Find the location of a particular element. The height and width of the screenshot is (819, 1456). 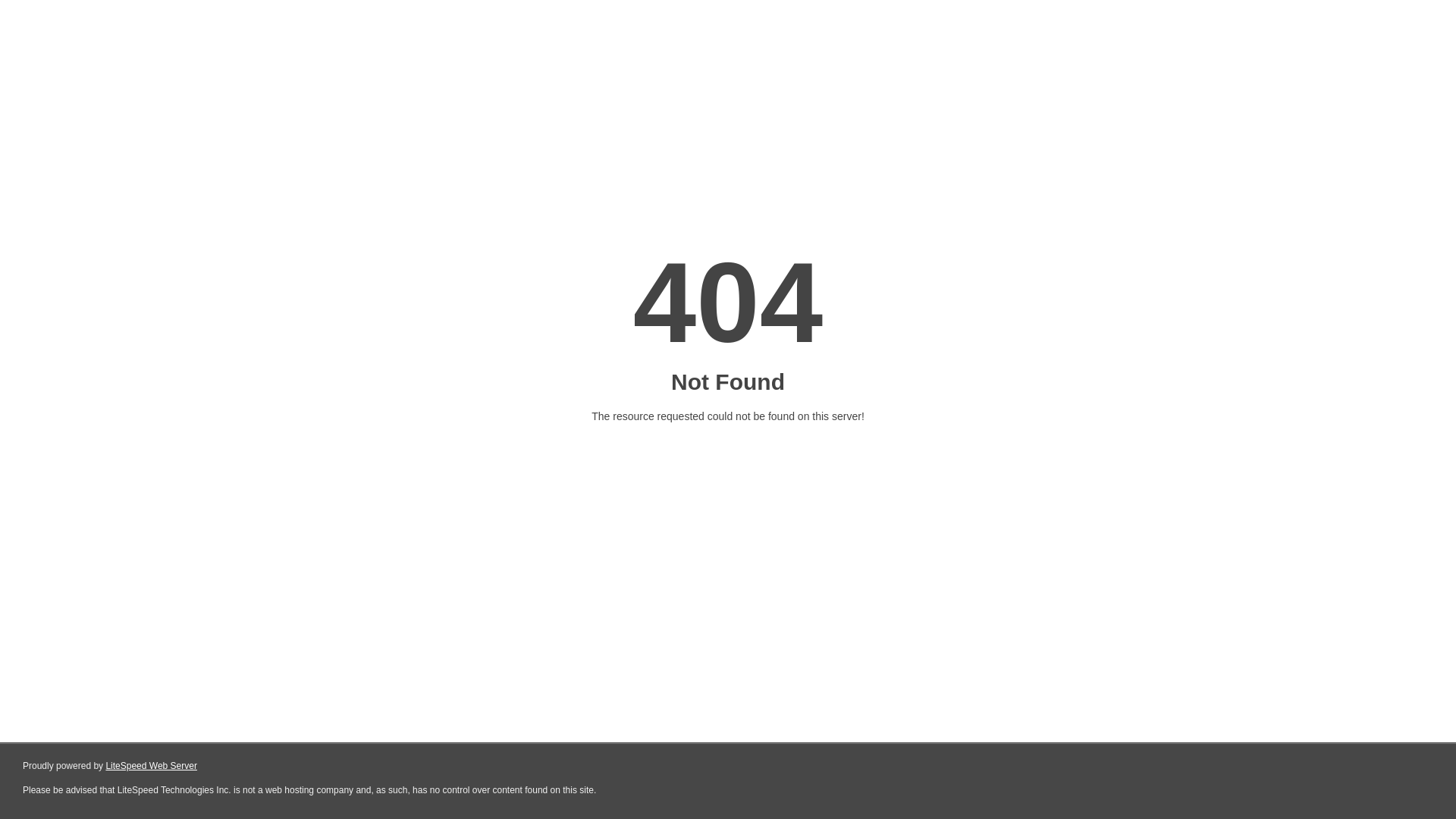

'LiteSpeed Web Server' is located at coordinates (105, 766).